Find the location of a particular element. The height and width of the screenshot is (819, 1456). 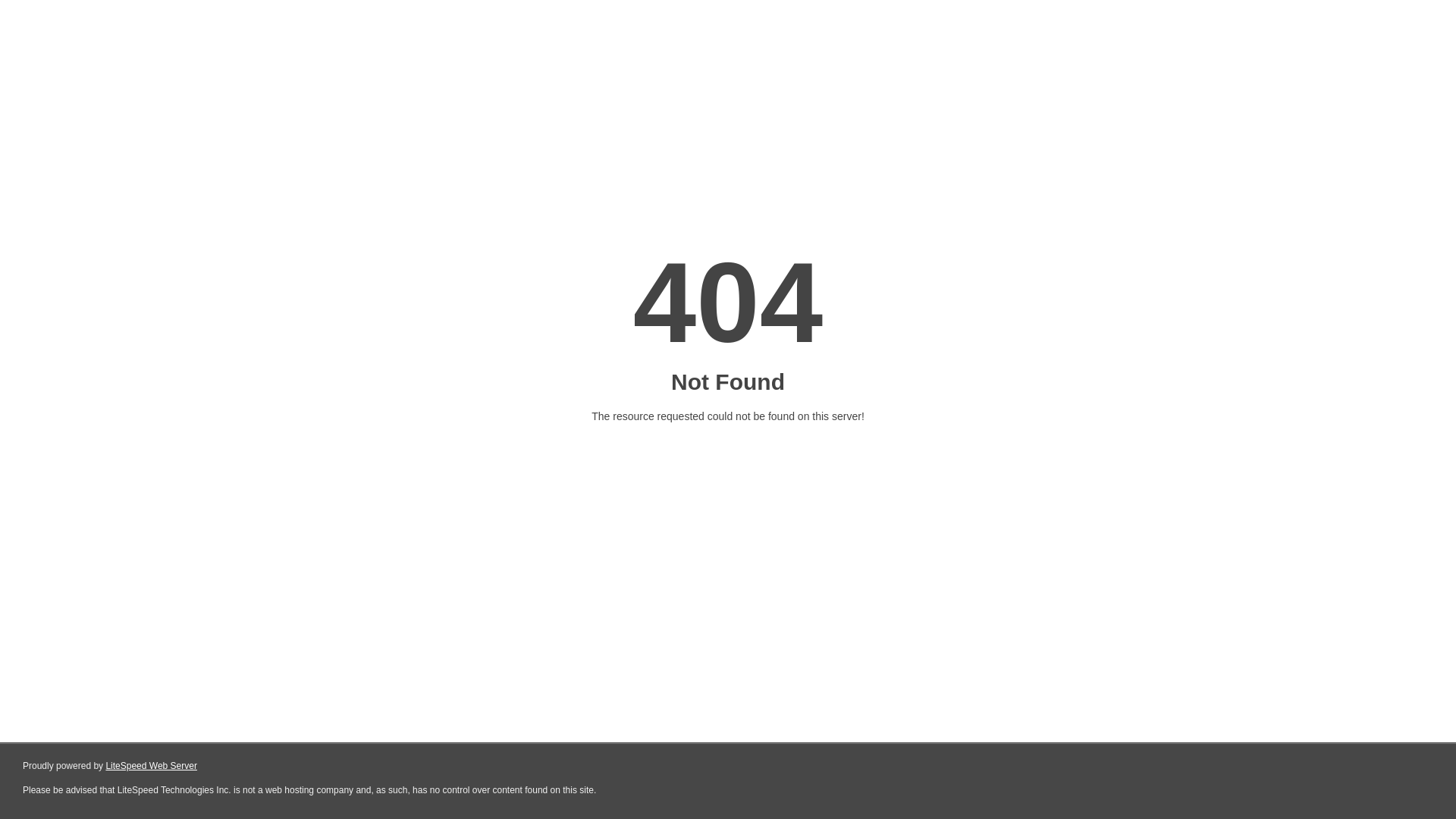

'LiteSpeed Web Server' is located at coordinates (105, 766).